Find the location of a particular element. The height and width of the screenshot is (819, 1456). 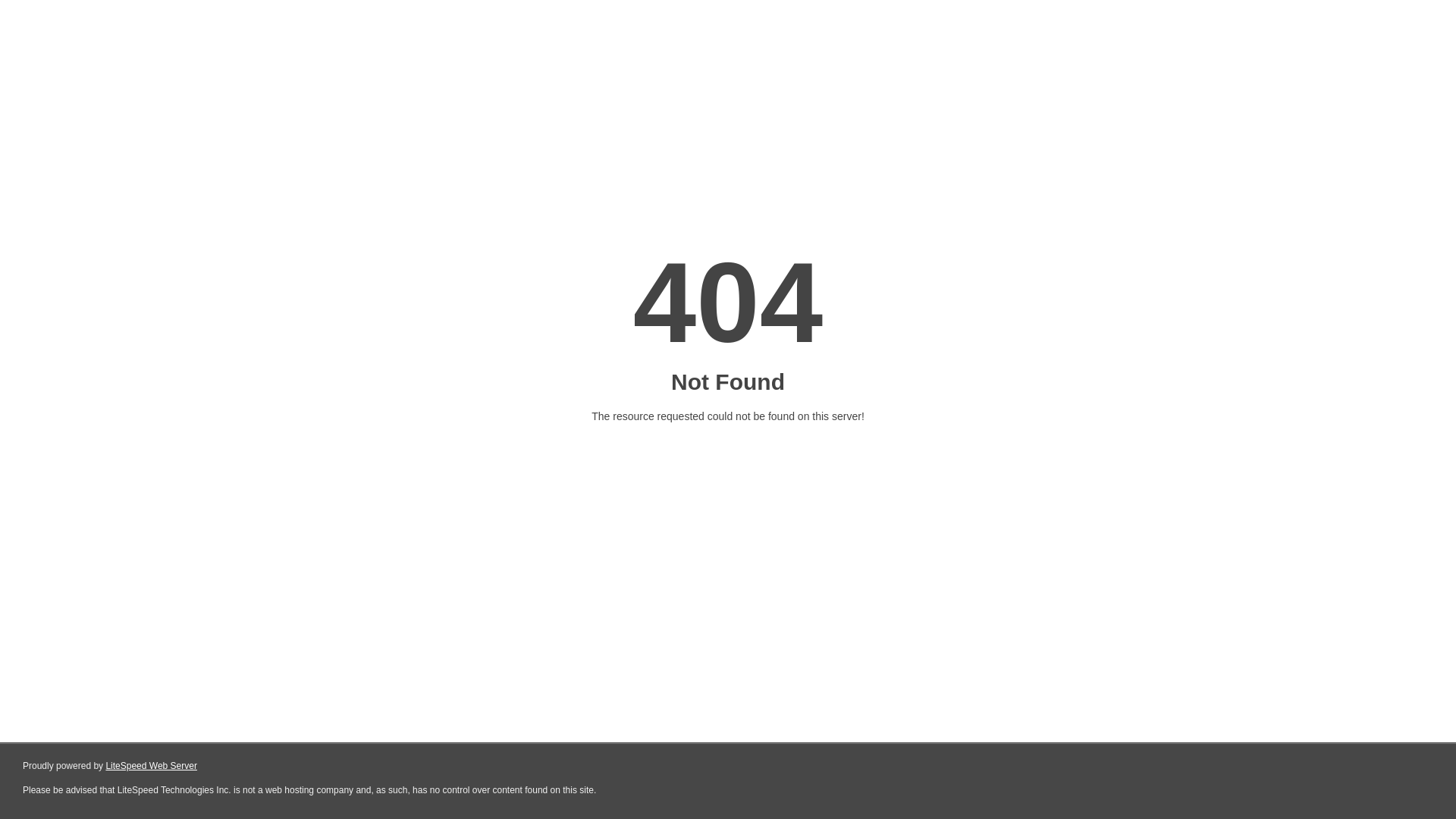

'LiteSpeed Web Server' is located at coordinates (105, 766).